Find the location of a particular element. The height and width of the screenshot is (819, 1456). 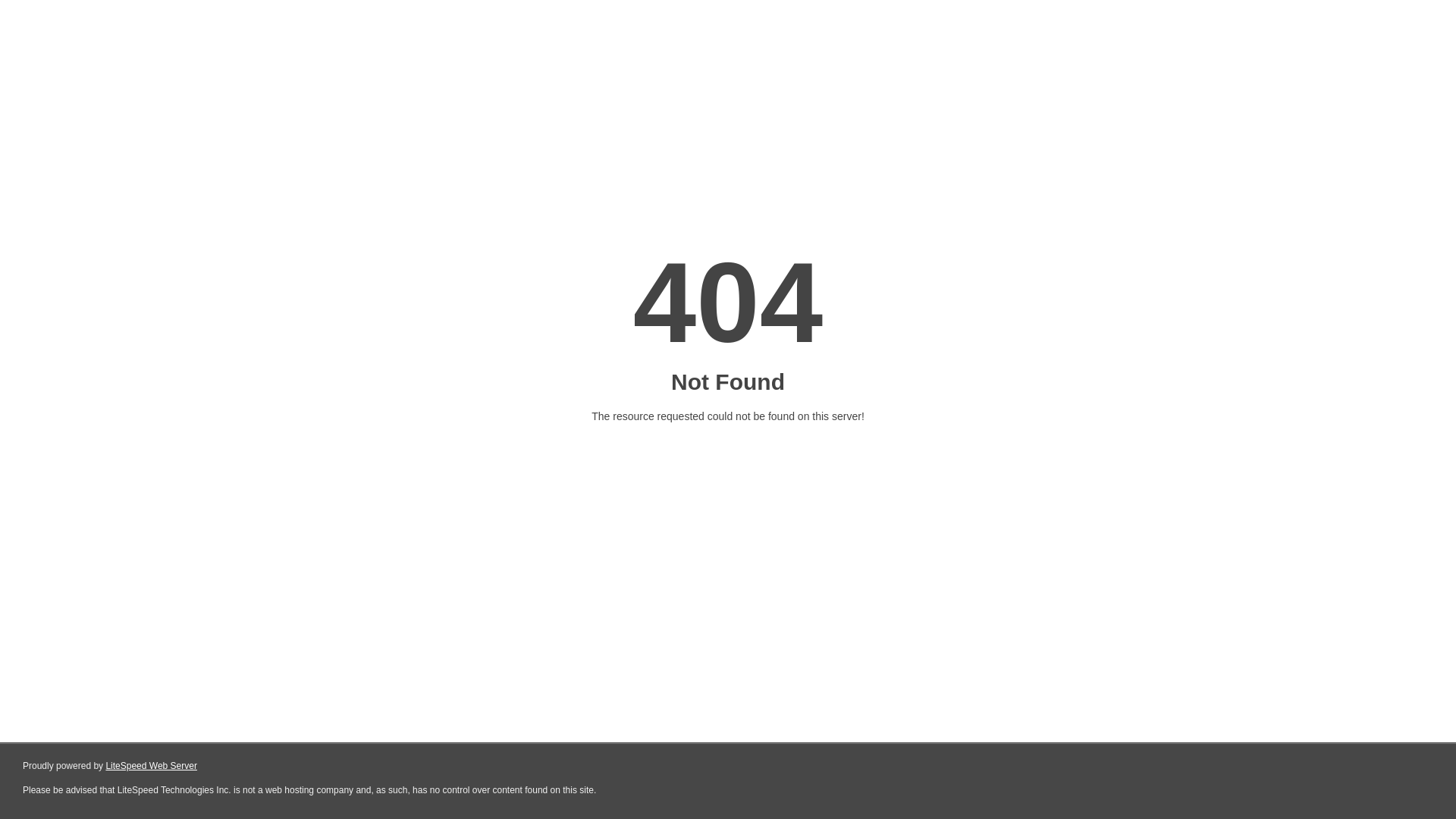

'LiteSpeed Web Server' is located at coordinates (105, 766).